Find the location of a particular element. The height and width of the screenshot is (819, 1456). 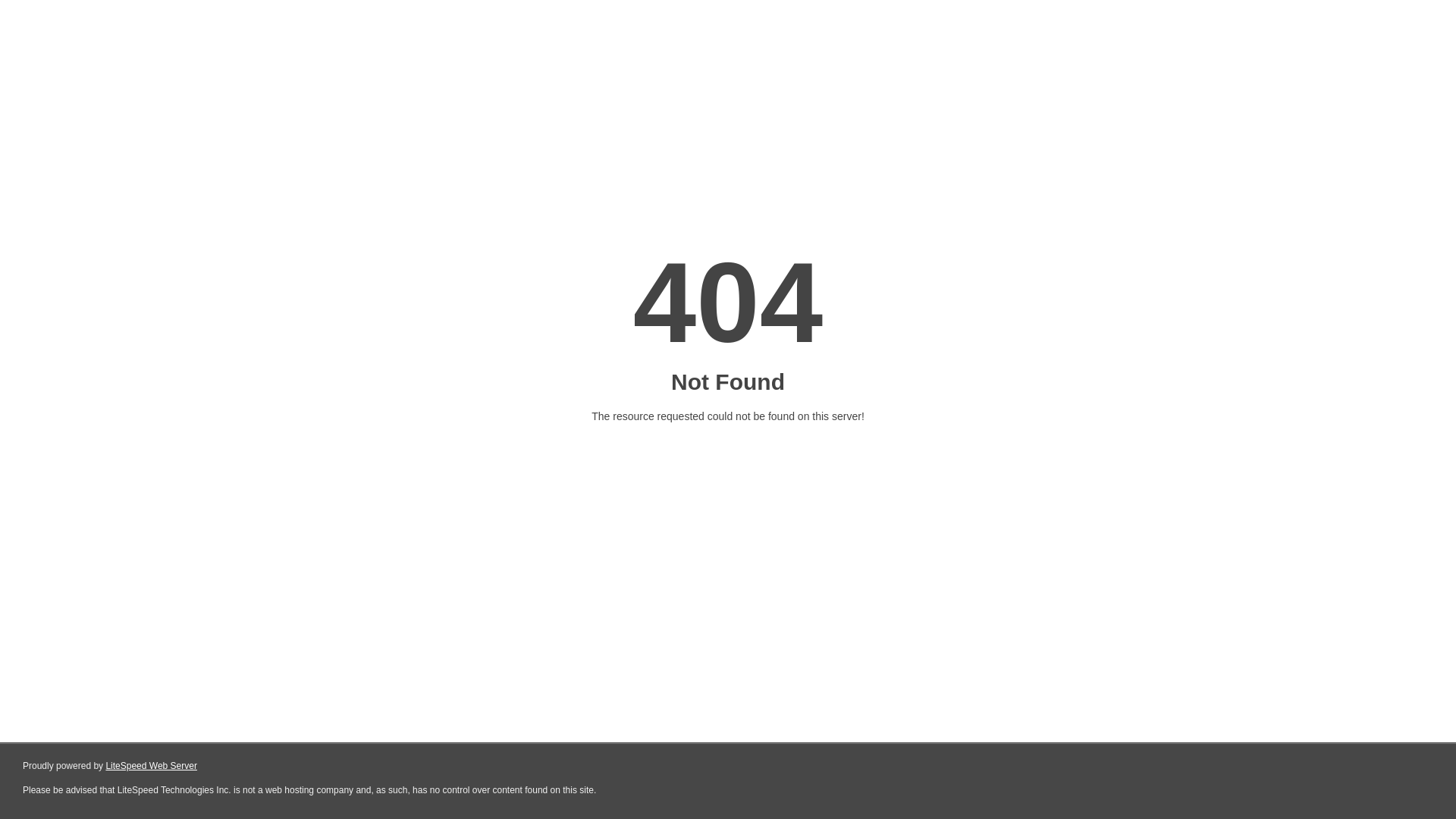

'LiteSpeed Web Server' is located at coordinates (105, 766).